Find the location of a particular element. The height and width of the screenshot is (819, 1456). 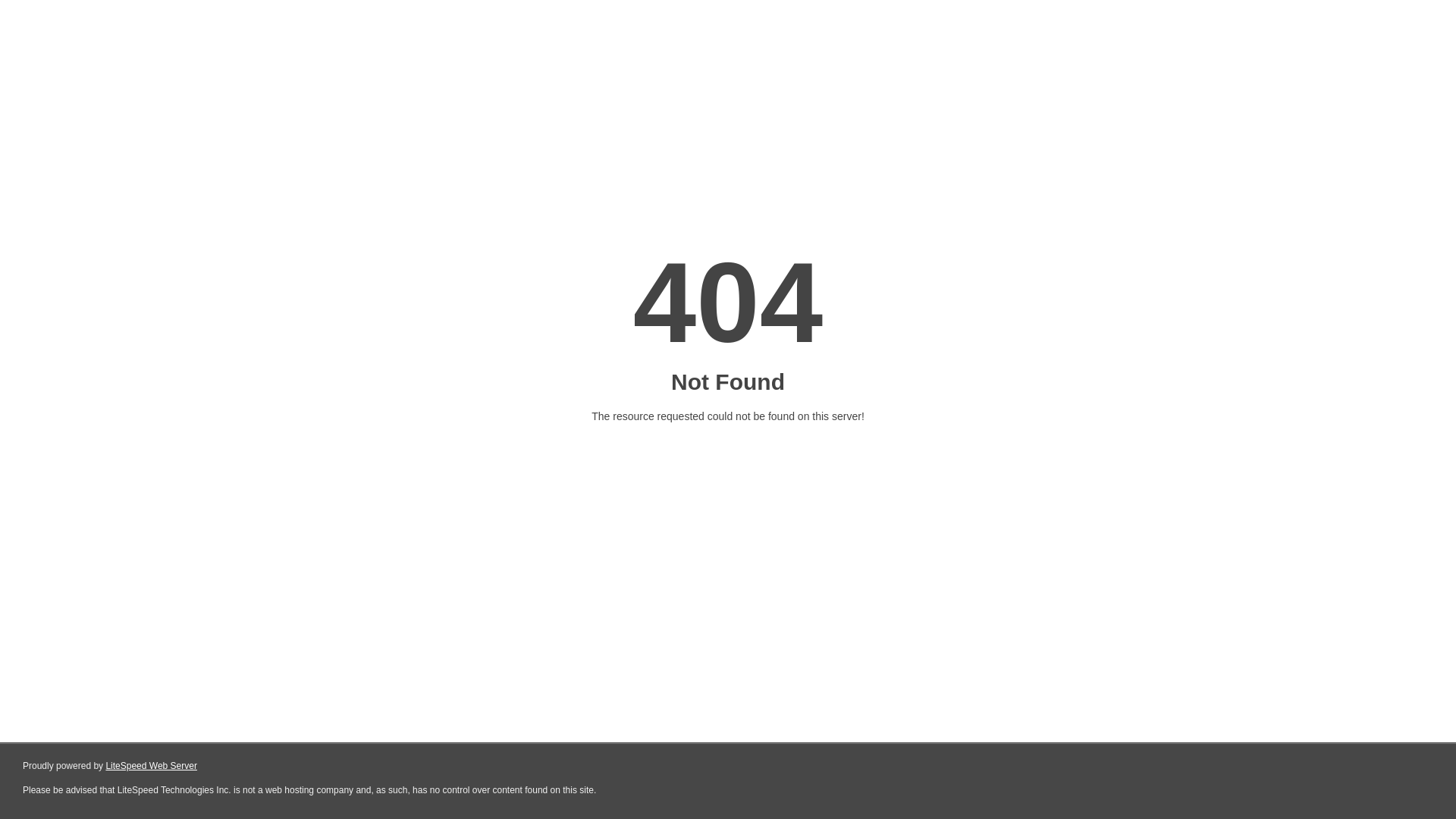

'LiteSpeed Web Server' is located at coordinates (105, 766).